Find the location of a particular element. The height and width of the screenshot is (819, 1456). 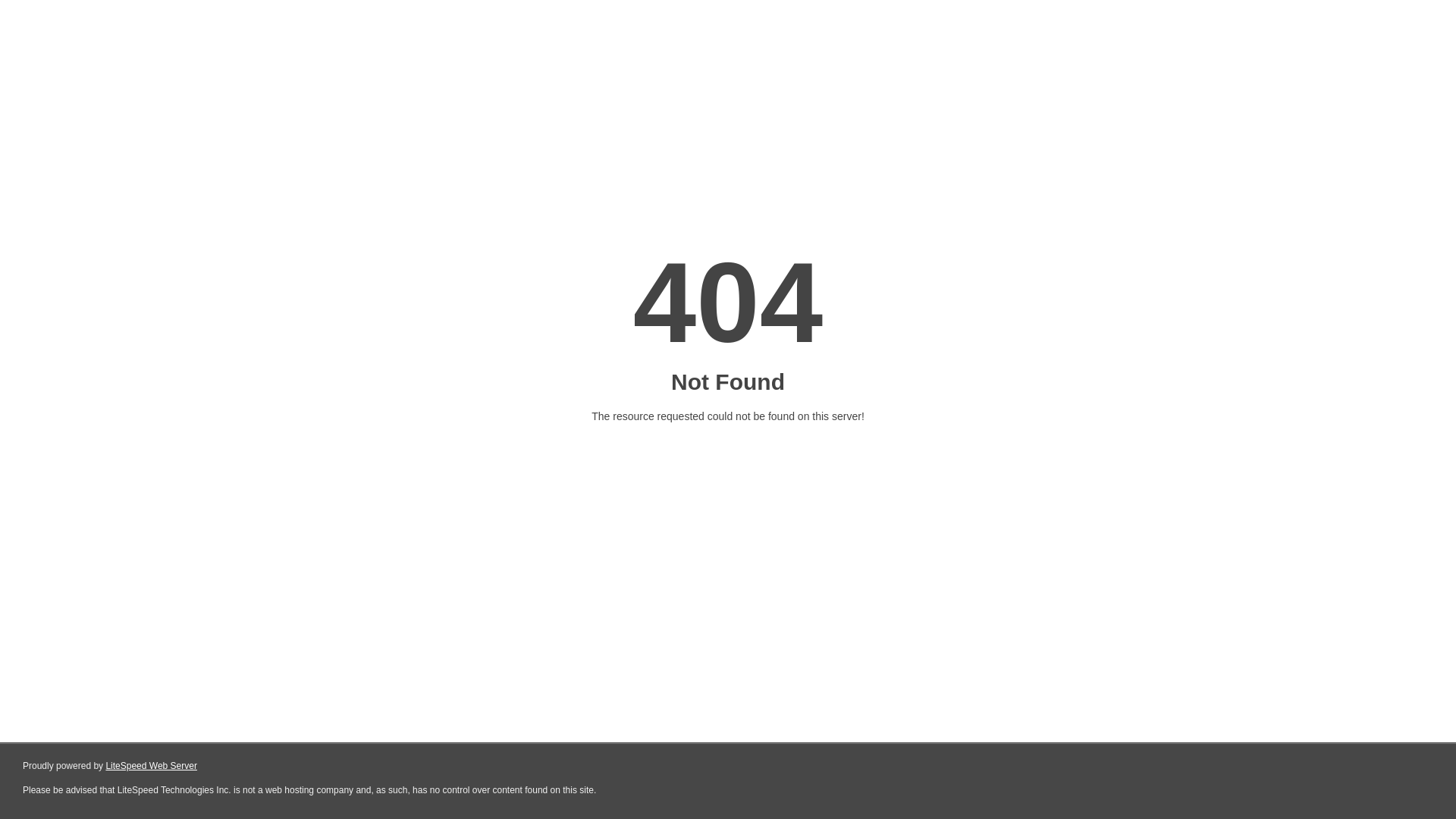

'LiteSpeed Web Server' is located at coordinates (105, 766).